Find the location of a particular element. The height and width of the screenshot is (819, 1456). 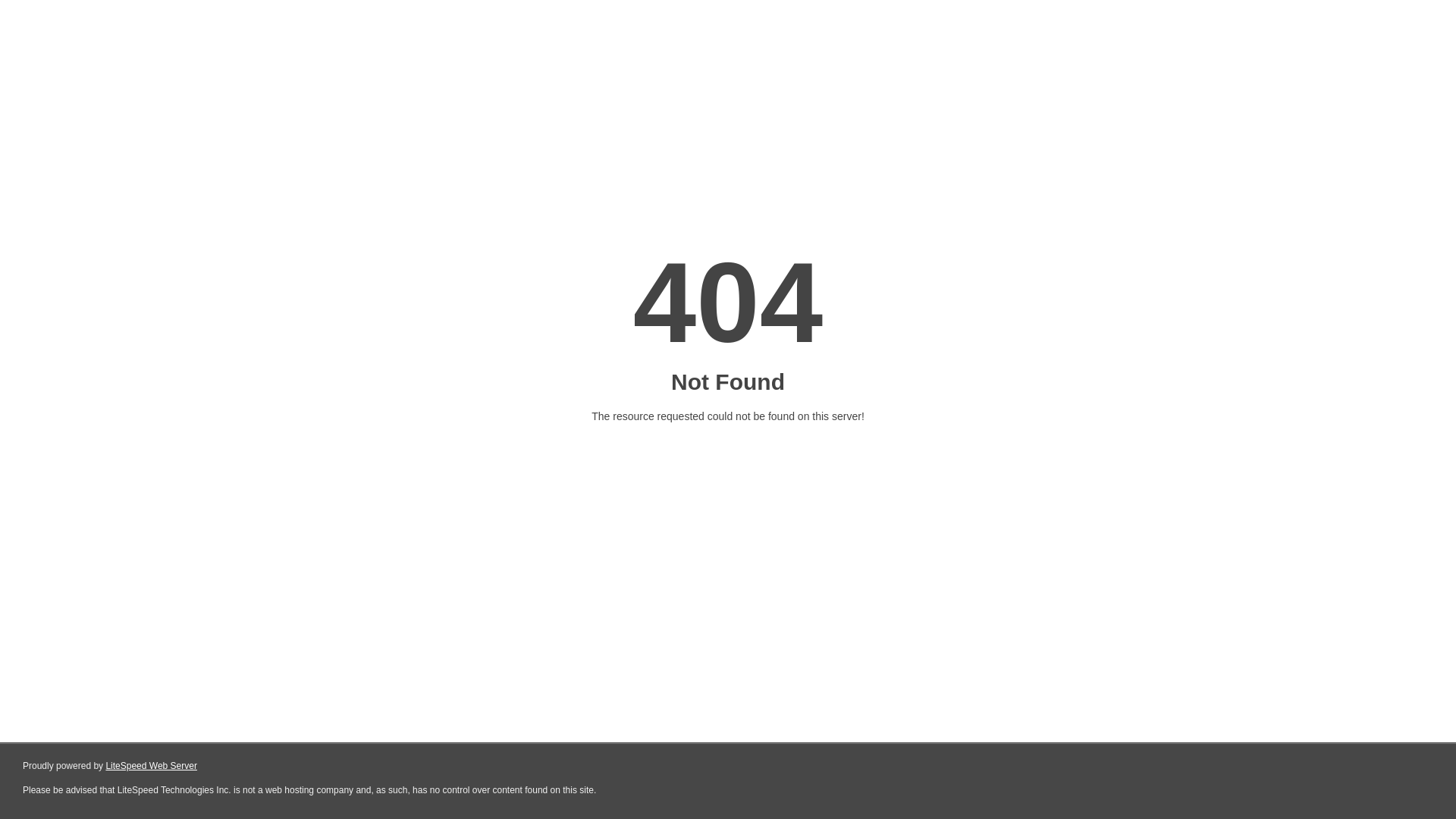

'LiteSpeed Web Server' is located at coordinates (105, 766).